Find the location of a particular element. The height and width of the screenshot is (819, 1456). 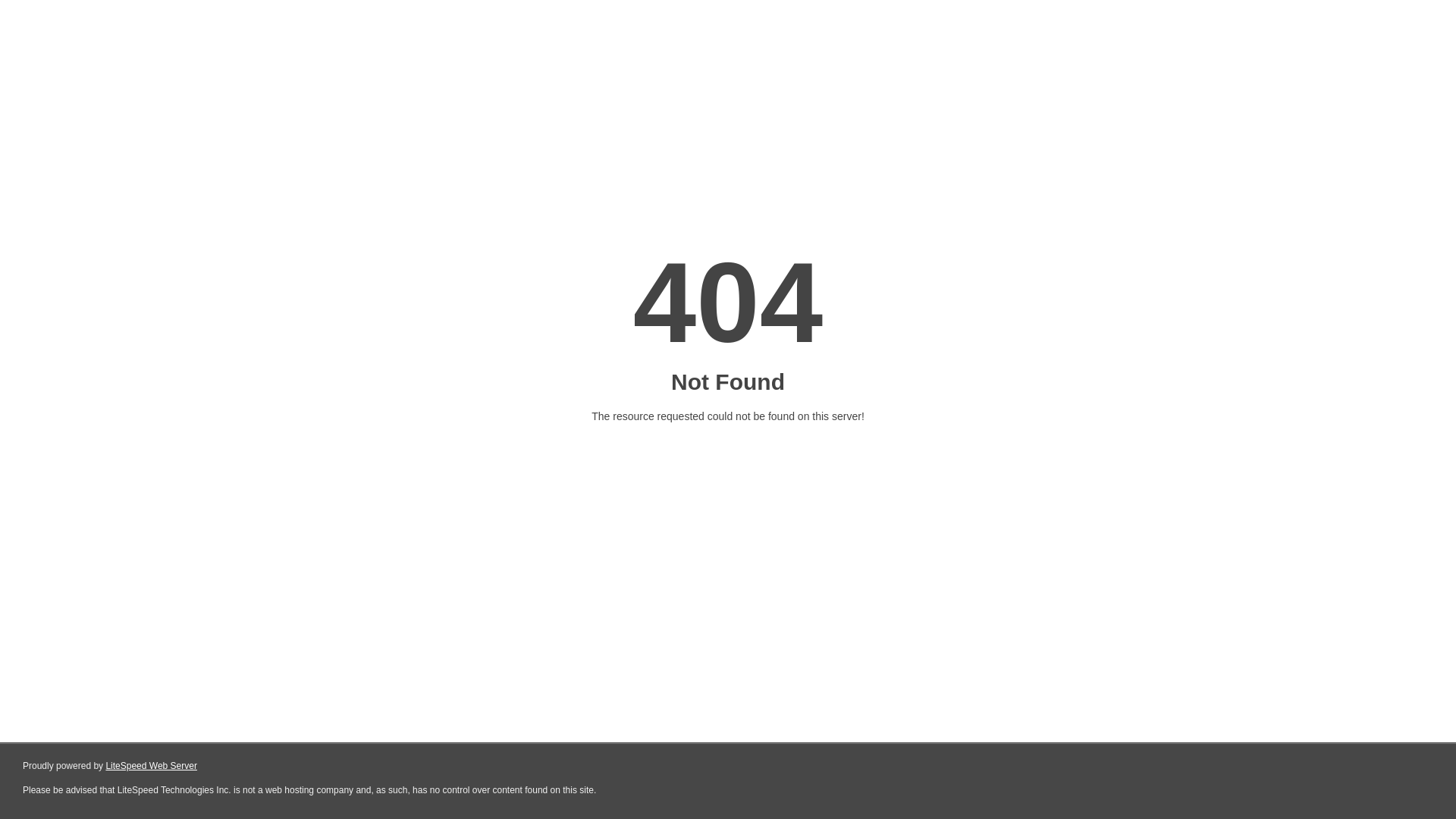

'LiteSpeed Web Server' is located at coordinates (105, 766).